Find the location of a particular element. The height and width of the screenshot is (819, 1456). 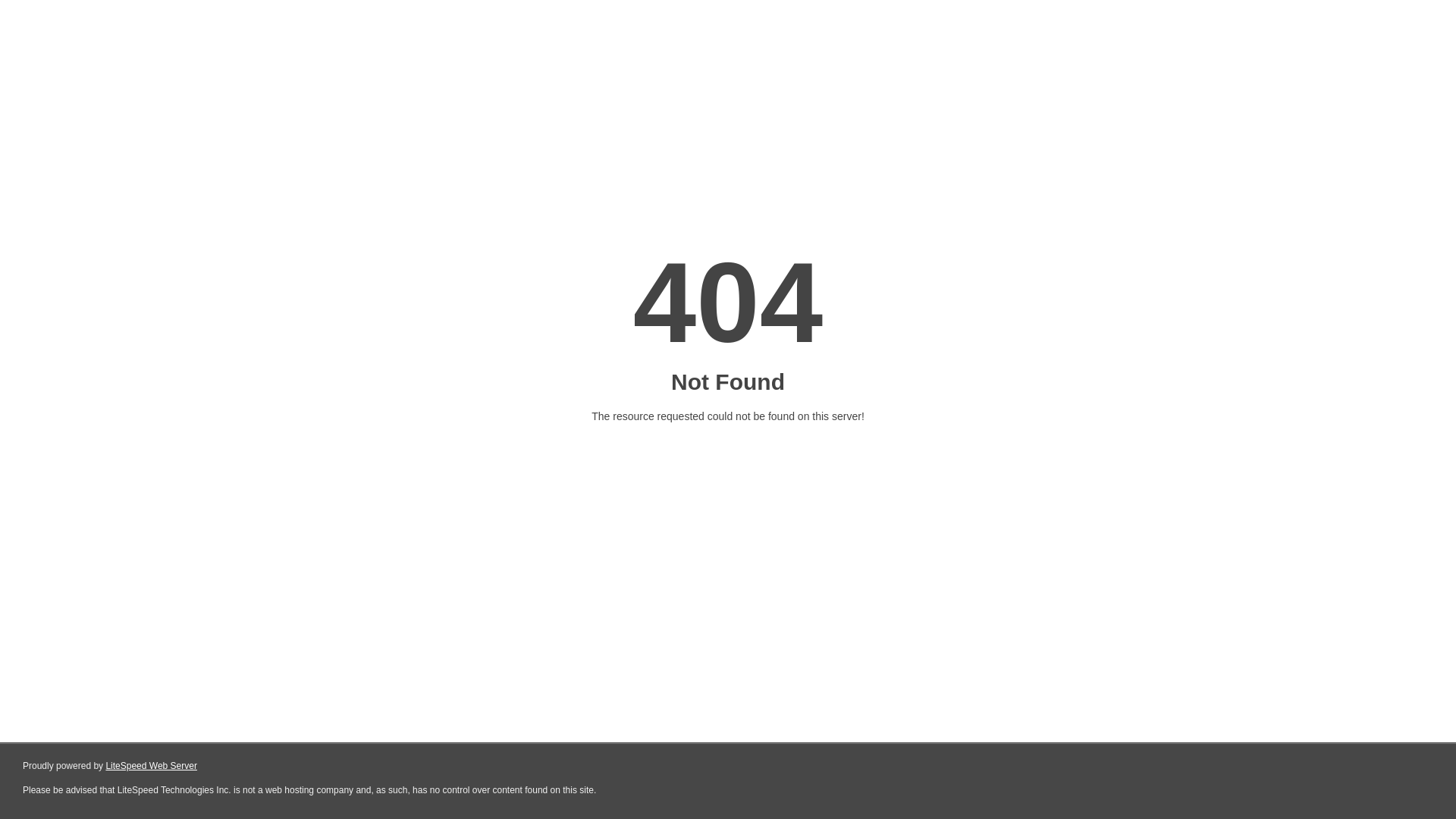

'LiteSpeed Web Server' is located at coordinates (105, 766).